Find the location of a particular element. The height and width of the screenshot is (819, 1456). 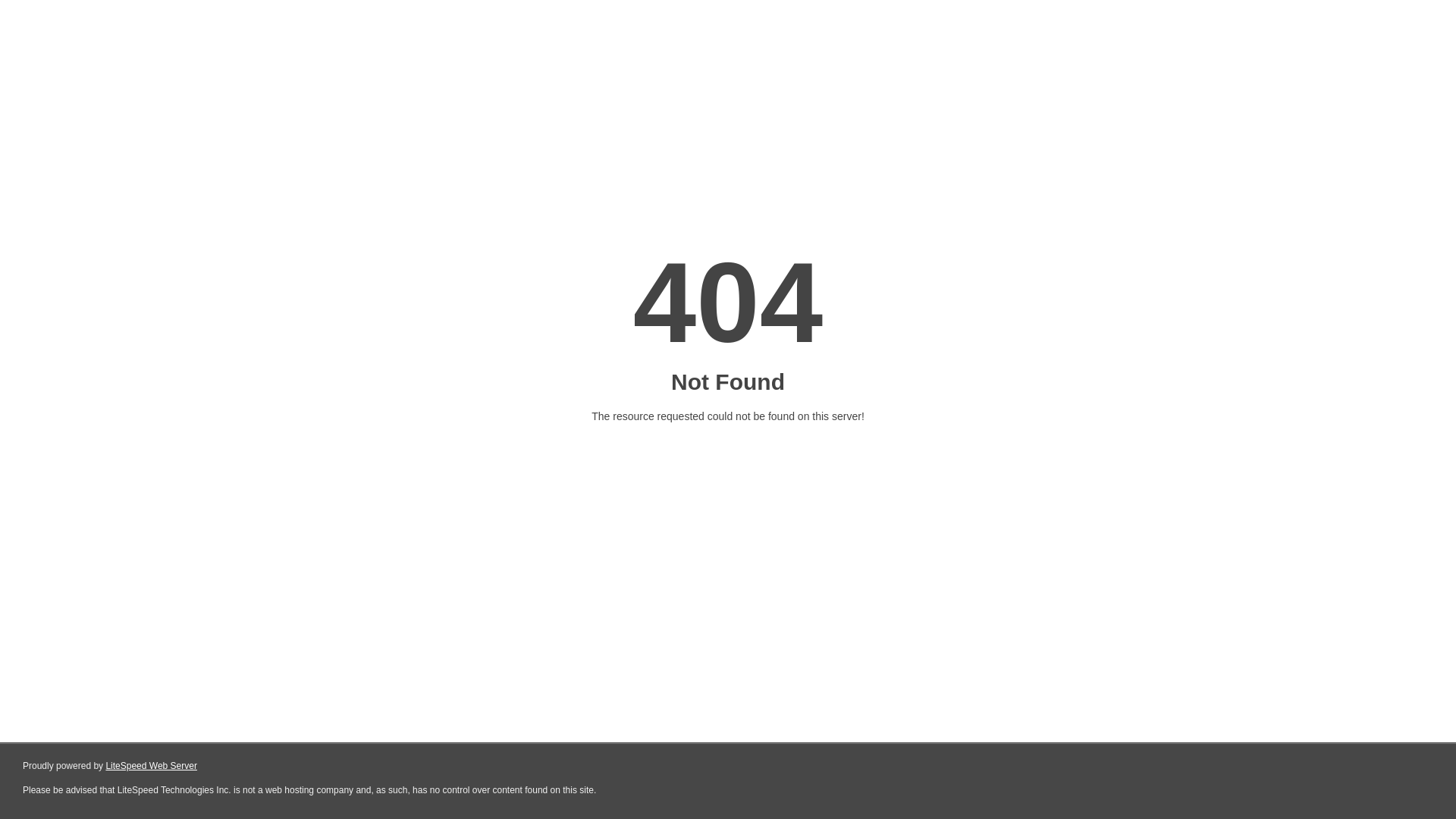

'LiteSpeed Web Server' is located at coordinates (105, 766).